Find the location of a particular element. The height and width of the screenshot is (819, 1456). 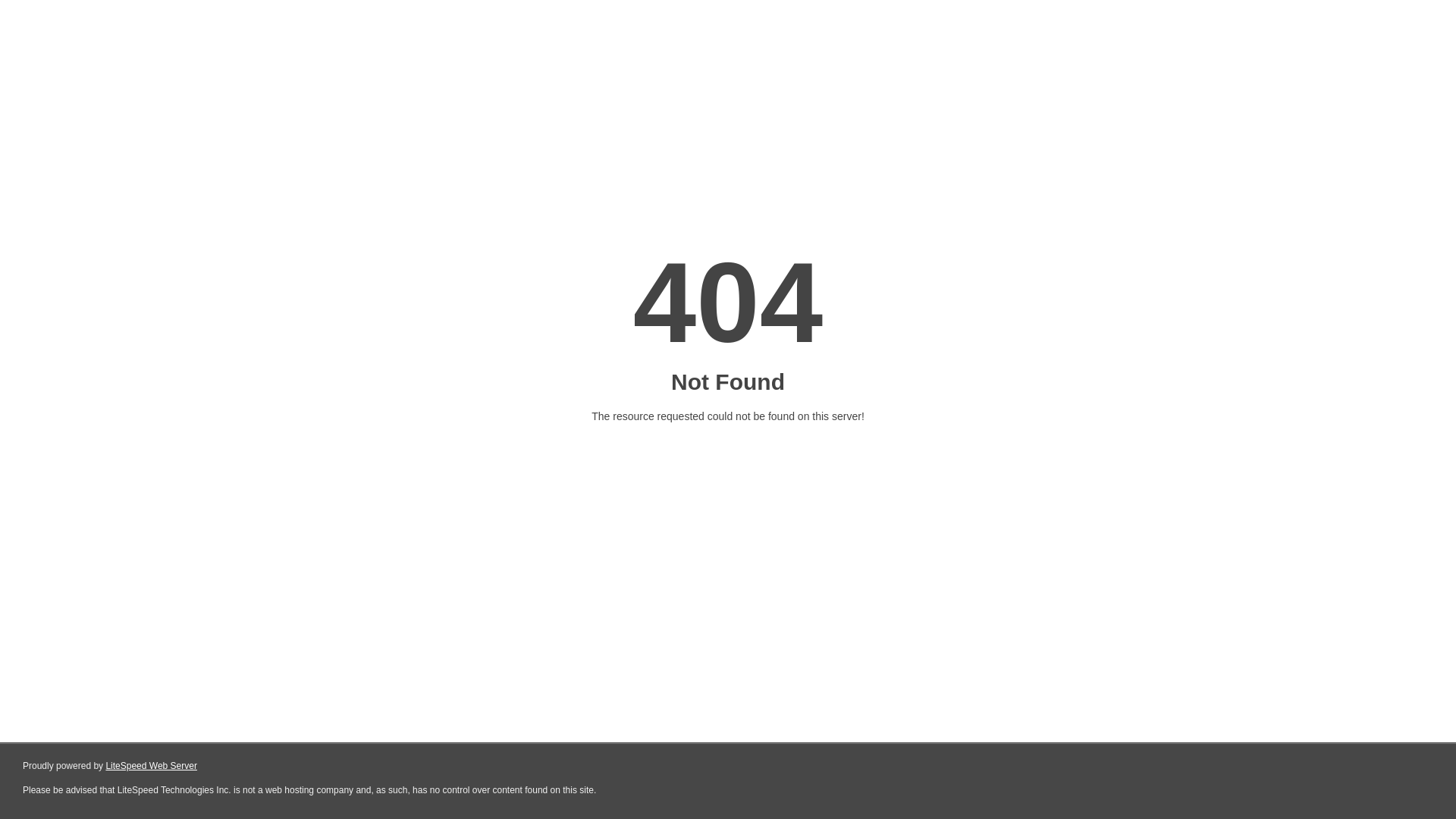

'LiteSpeed Web Server' is located at coordinates (105, 766).